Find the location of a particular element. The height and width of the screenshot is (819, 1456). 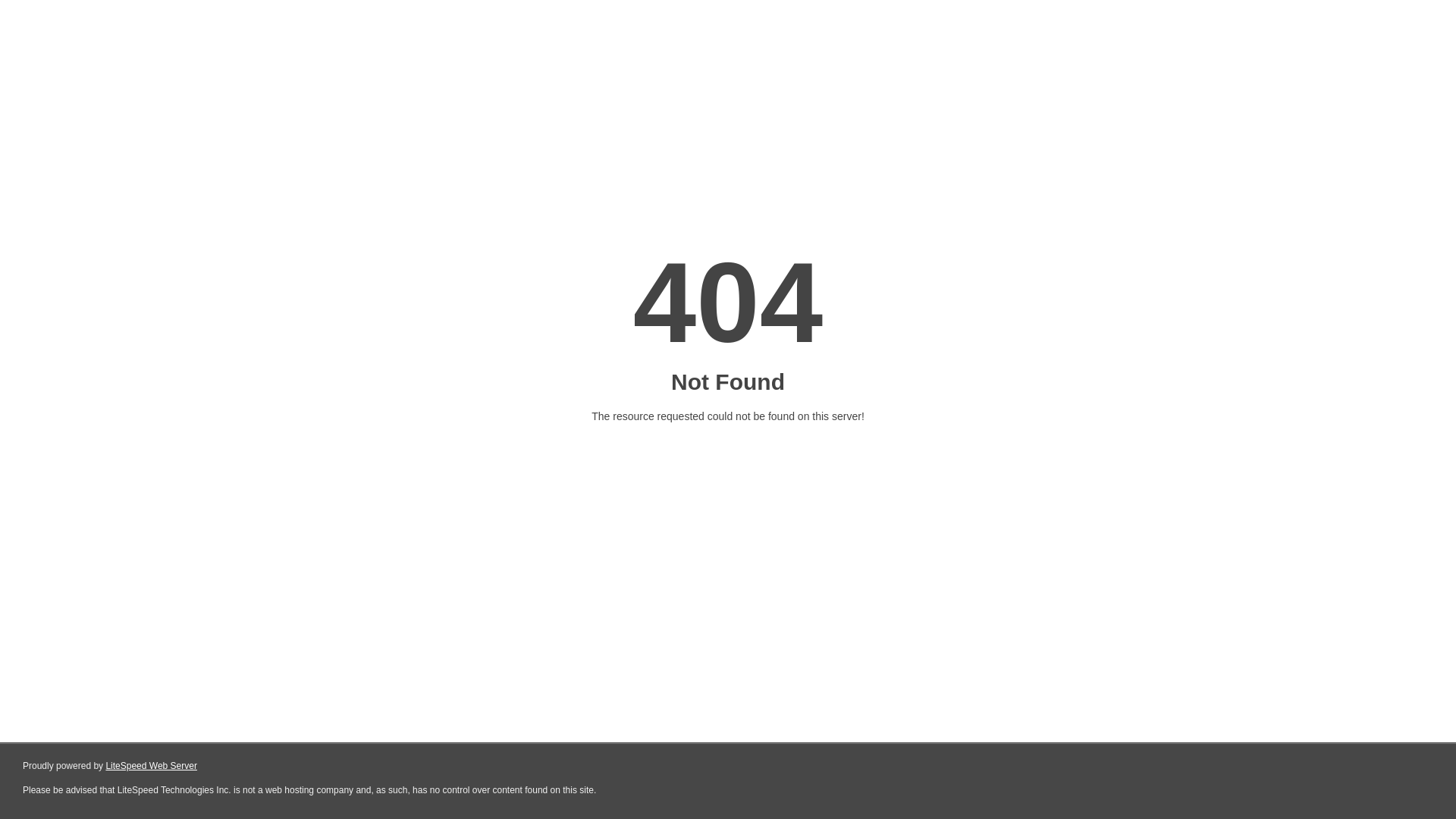

'LiteSpeed Web Server' is located at coordinates (105, 766).